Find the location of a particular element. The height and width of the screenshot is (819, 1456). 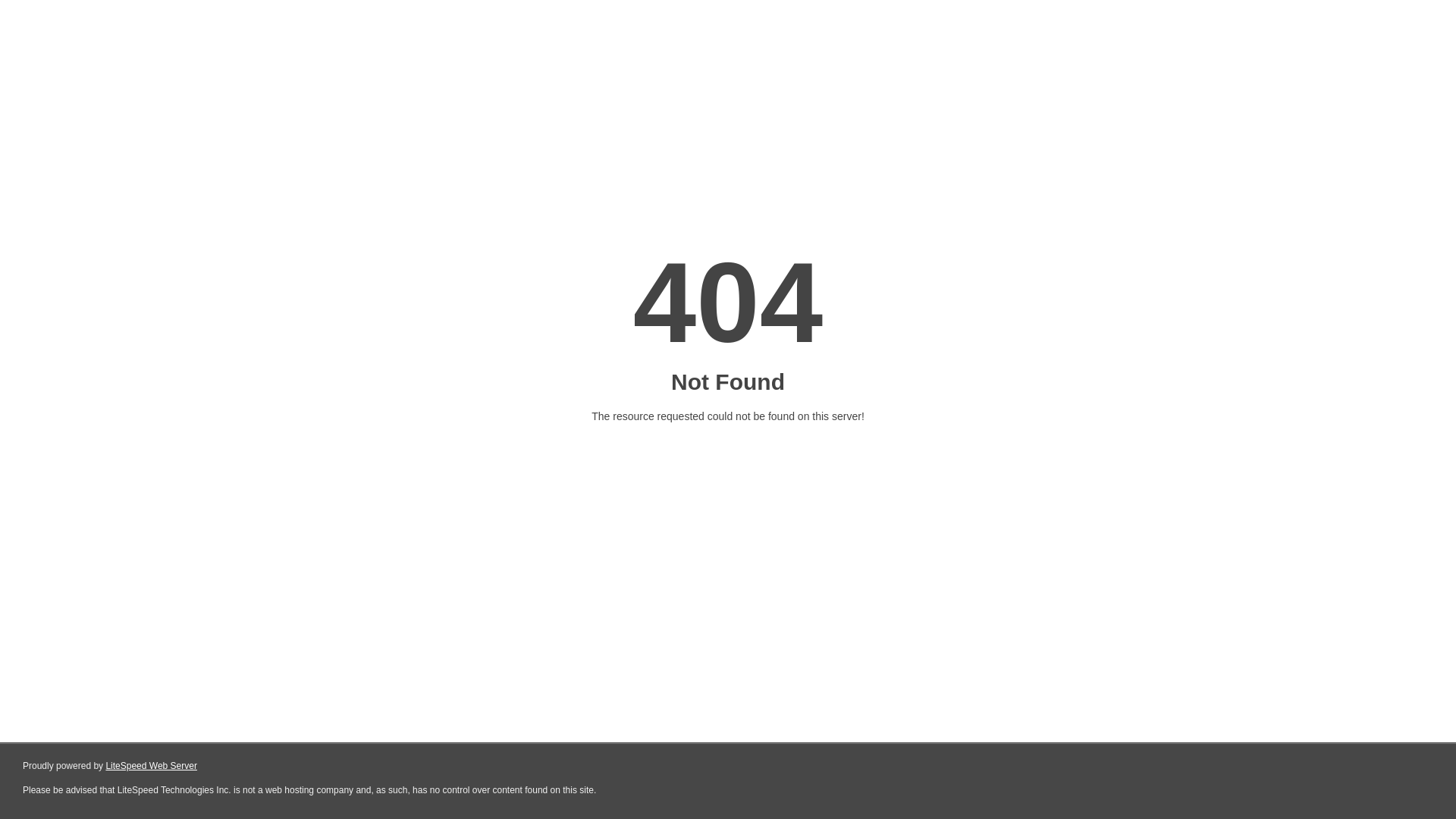

'LiteSpeed Web Server' is located at coordinates (105, 766).